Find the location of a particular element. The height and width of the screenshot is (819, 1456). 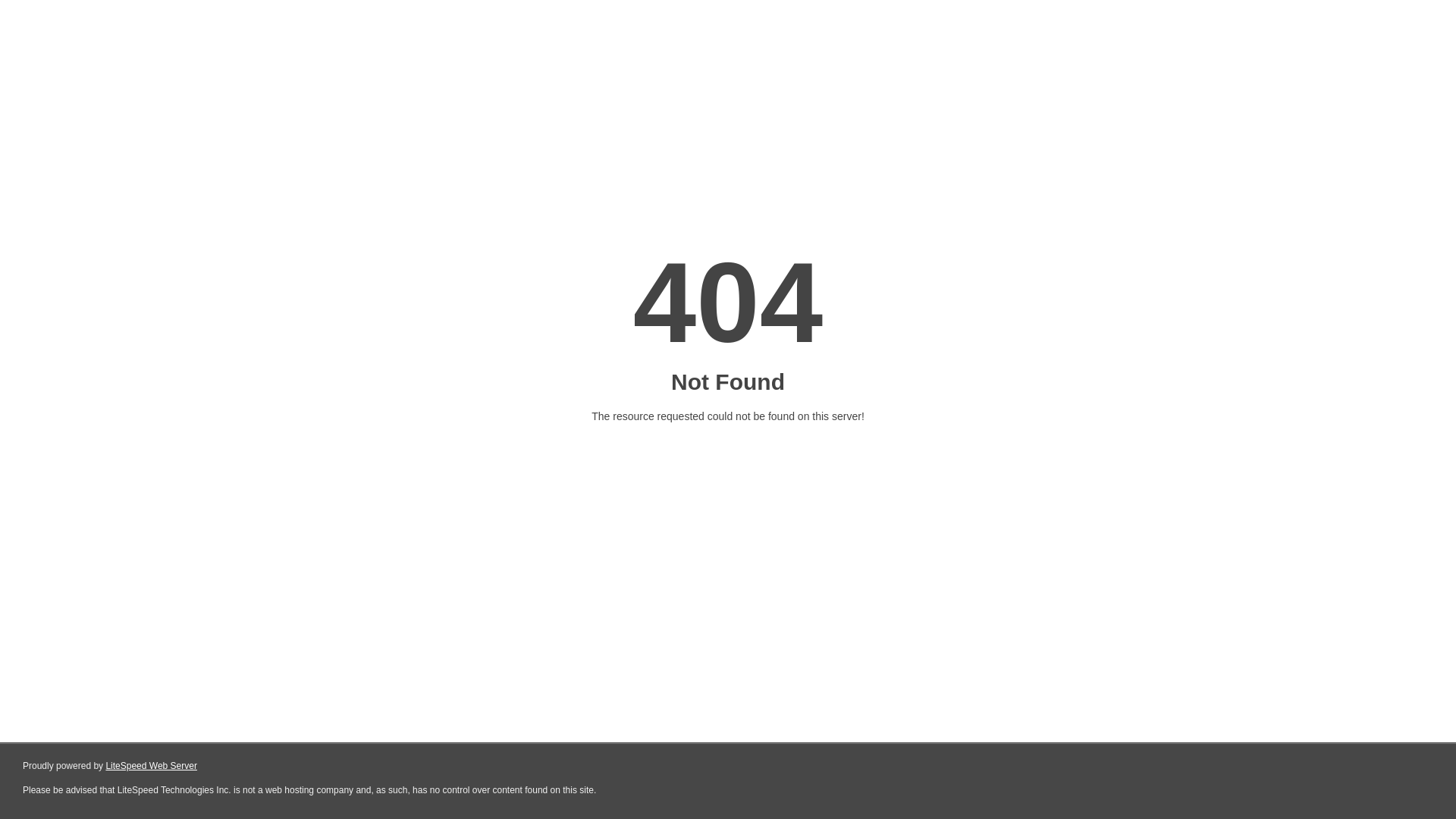

'LiteSpeed Web Server' is located at coordinates (105, 766).